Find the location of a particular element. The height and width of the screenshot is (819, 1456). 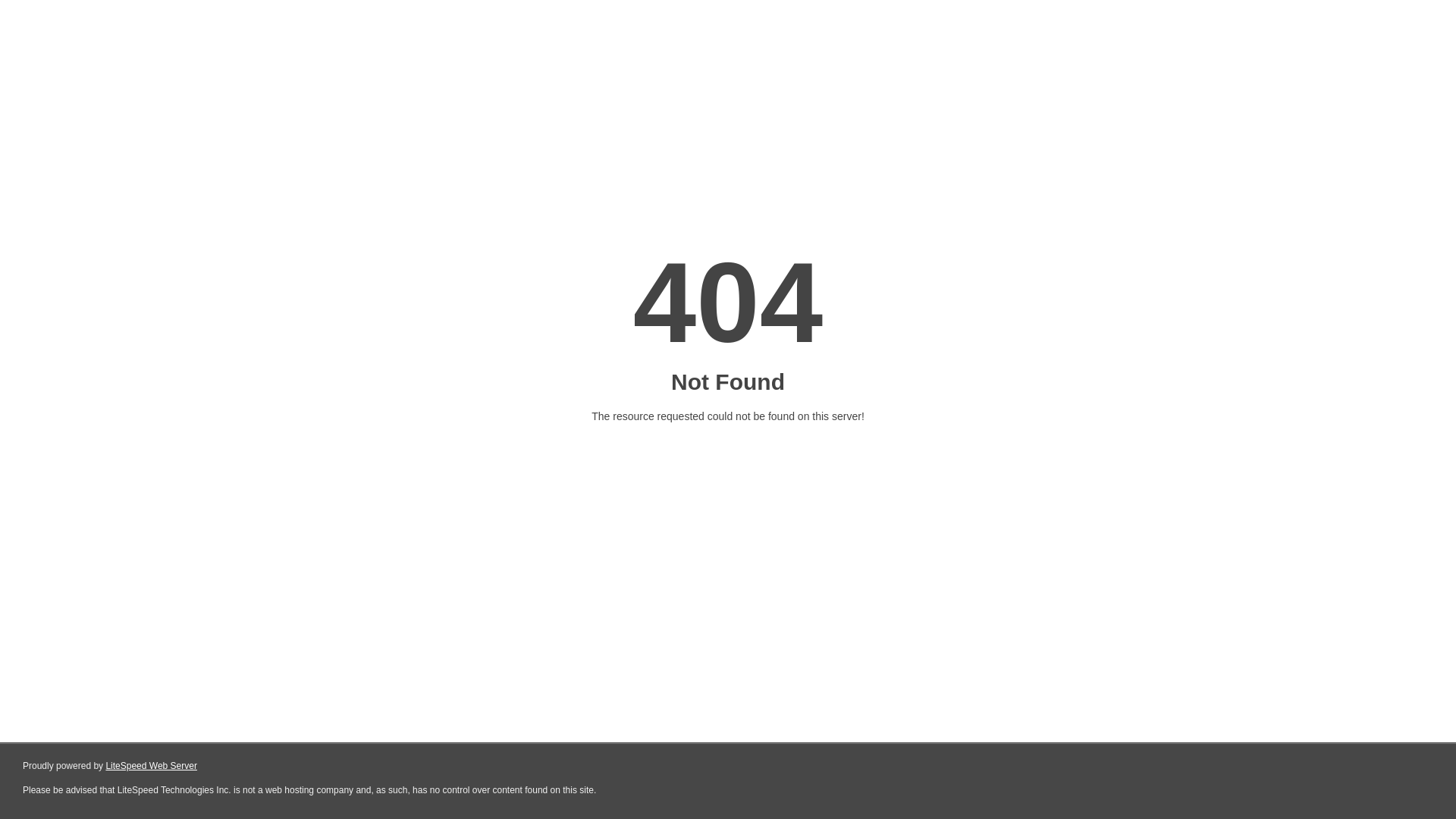

'LiteSpeed Web Server' is located at coordinates (105, 766).